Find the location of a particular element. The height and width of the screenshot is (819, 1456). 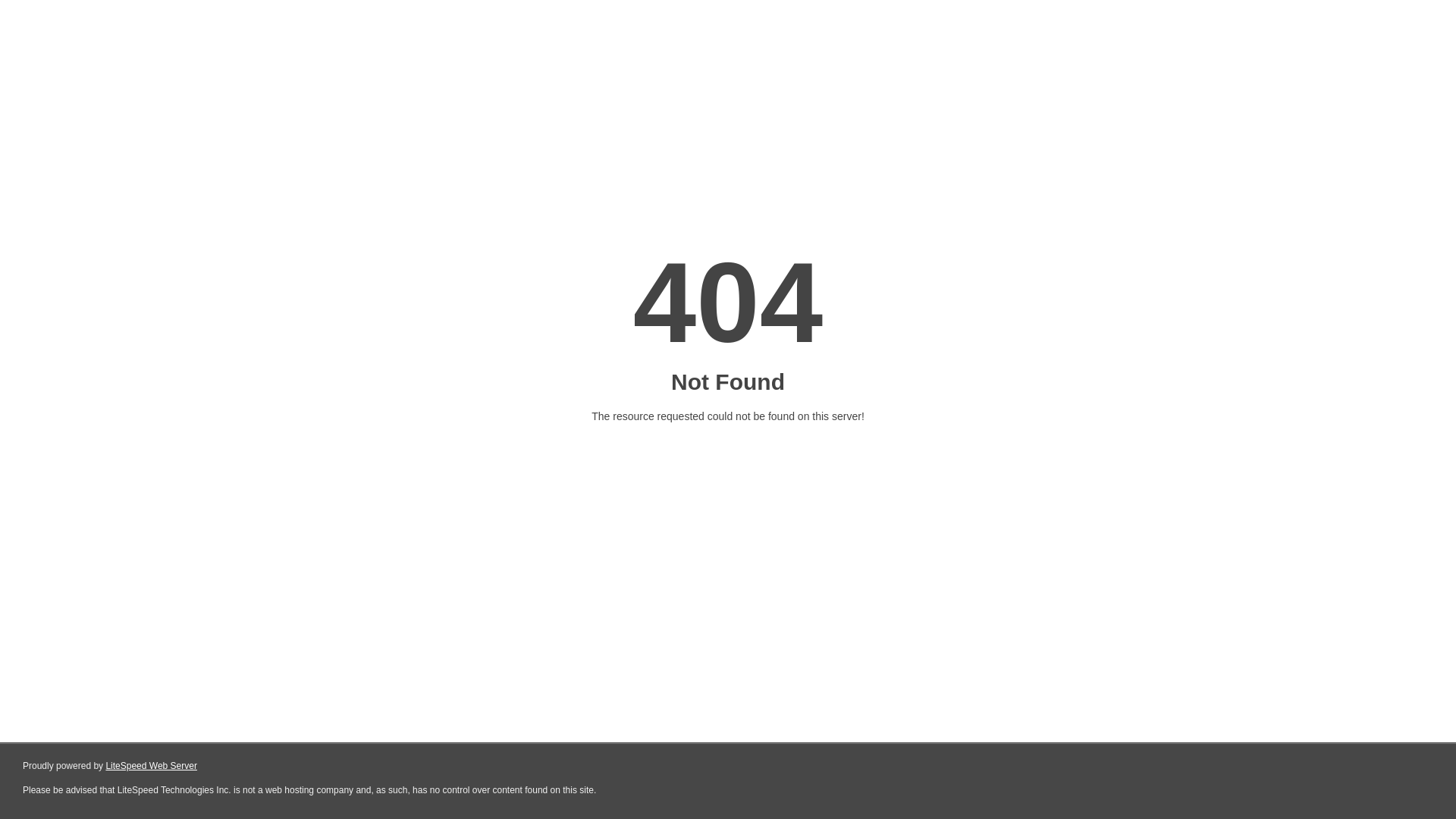

'LiteSpeed Web Server' is located at coordinates (105, 766).